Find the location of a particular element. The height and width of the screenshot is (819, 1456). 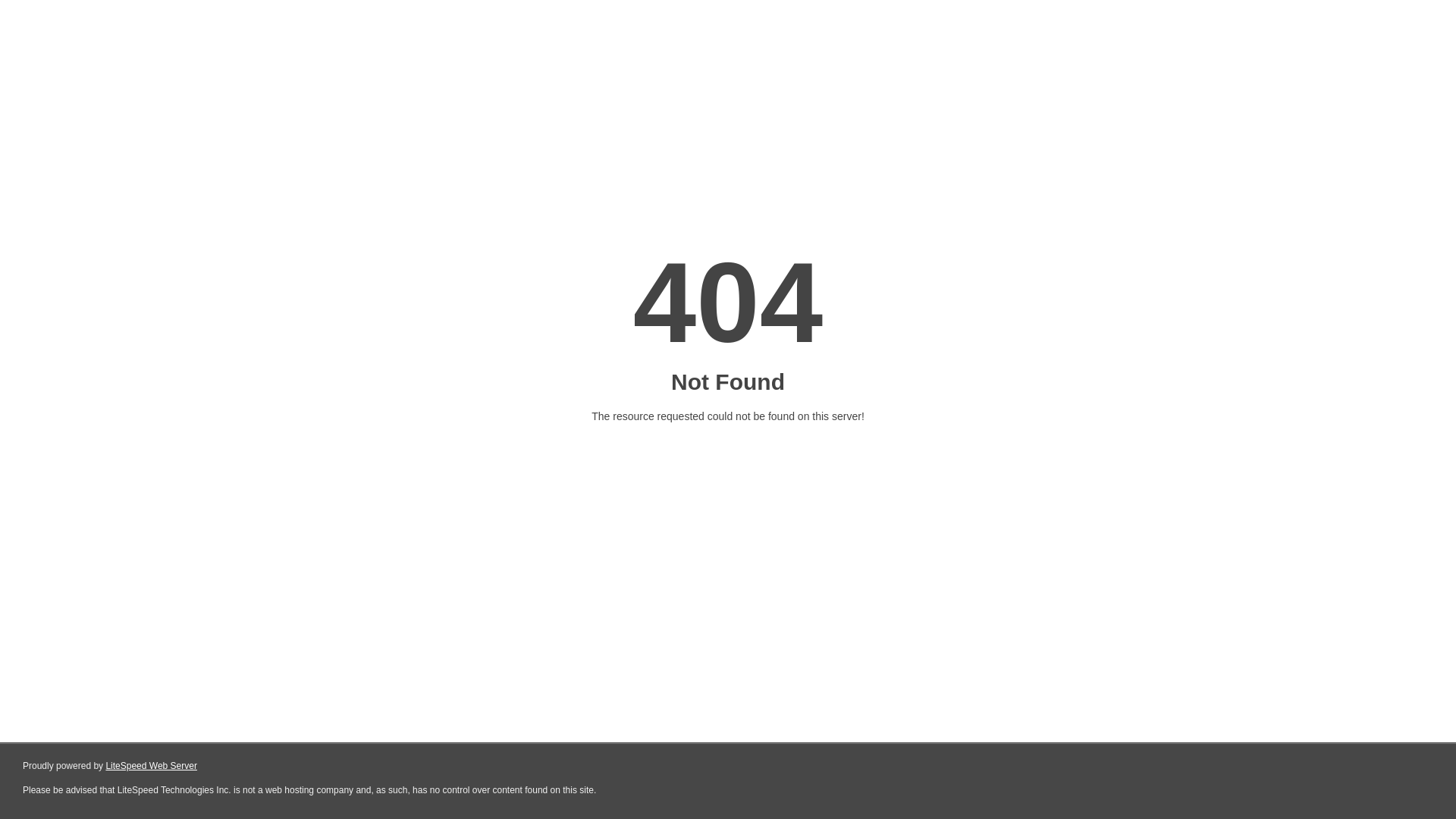

'LiteSpeed Web Server' is located at coordinates (105, 766).